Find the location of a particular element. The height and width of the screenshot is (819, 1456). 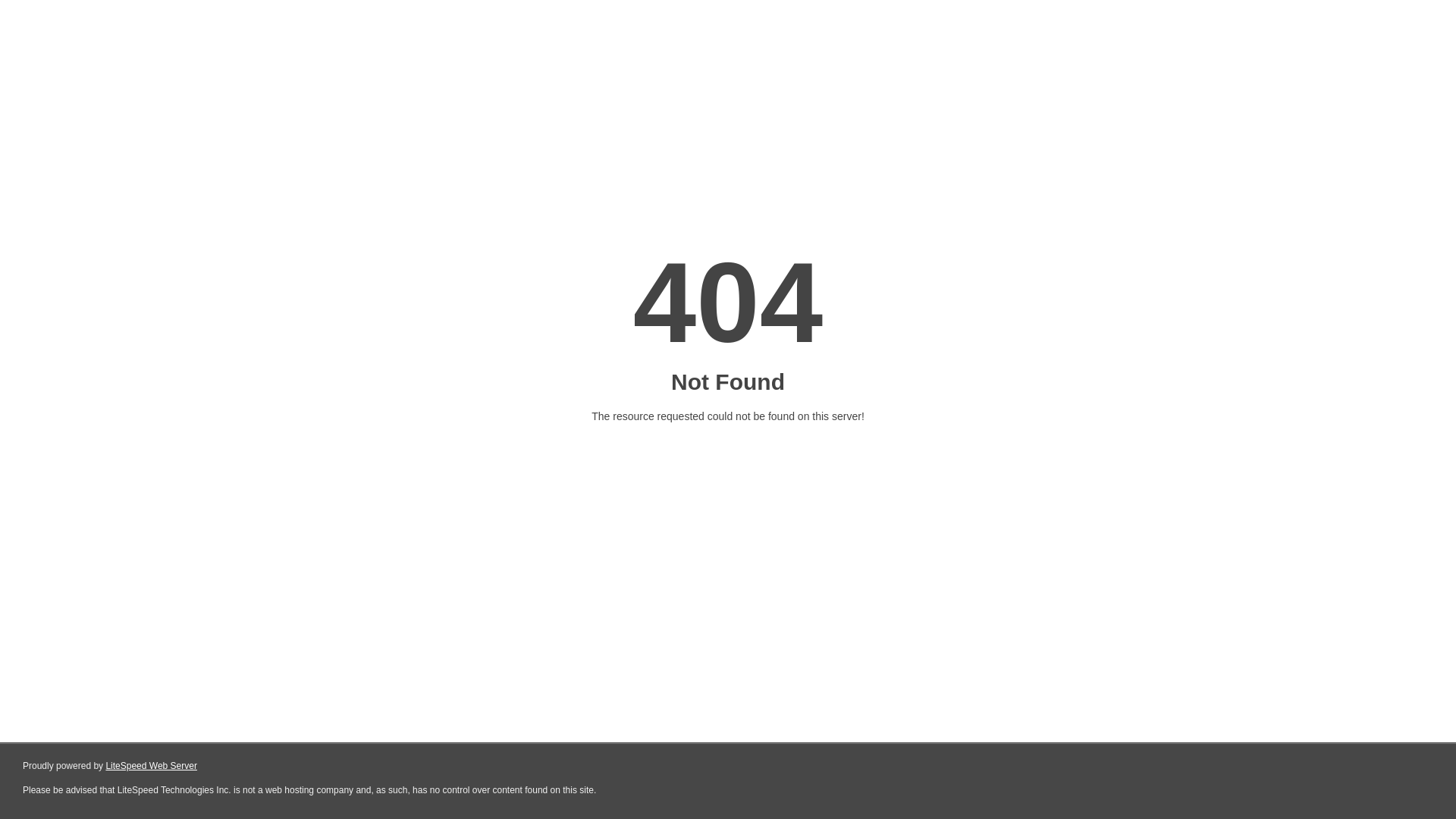

'LiteSpeed Web Server' is located at coordinates (105, 766).